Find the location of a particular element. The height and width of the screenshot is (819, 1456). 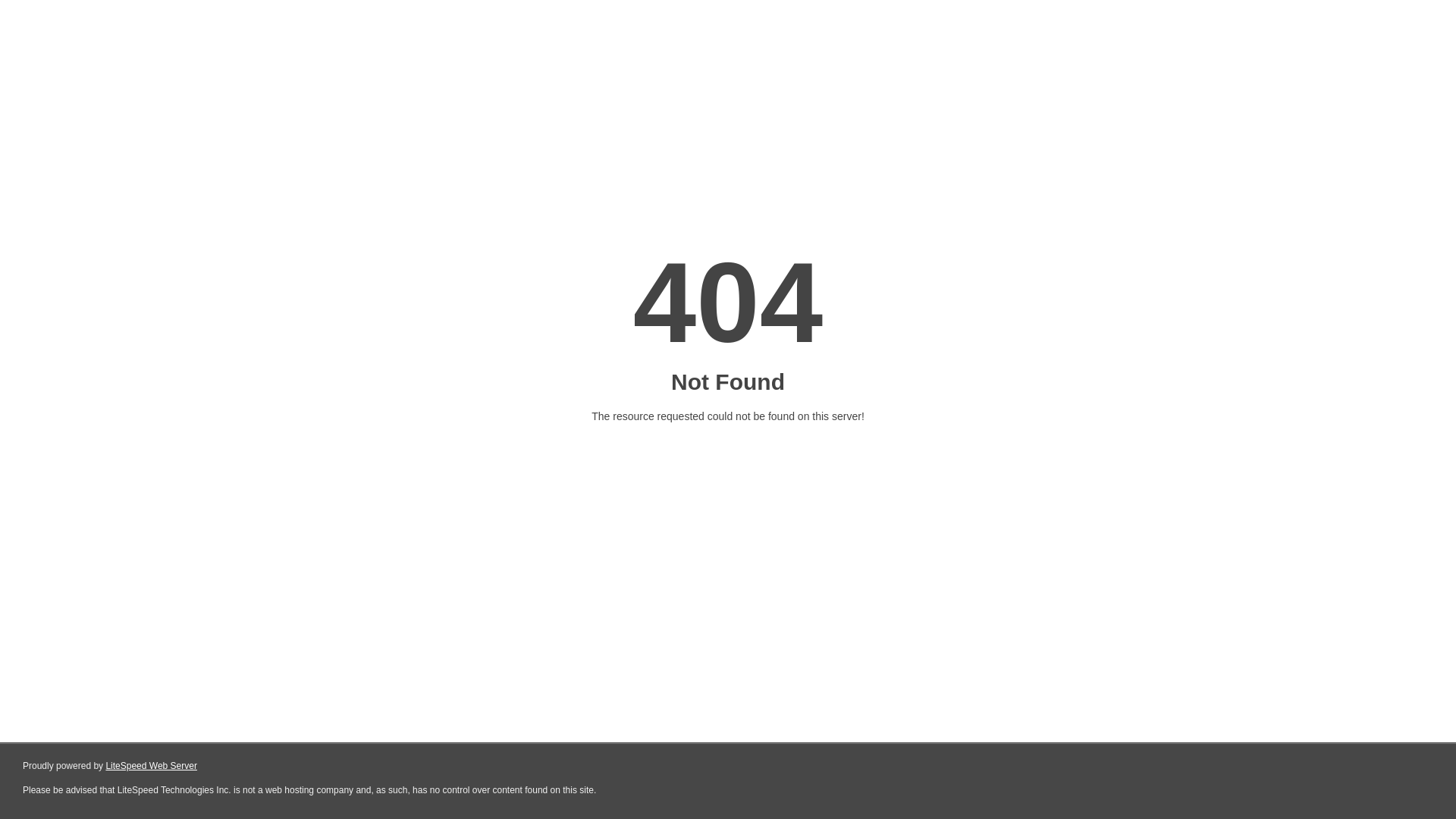

'LiteSpeed Web Server' is located at coordinates (105, 766).